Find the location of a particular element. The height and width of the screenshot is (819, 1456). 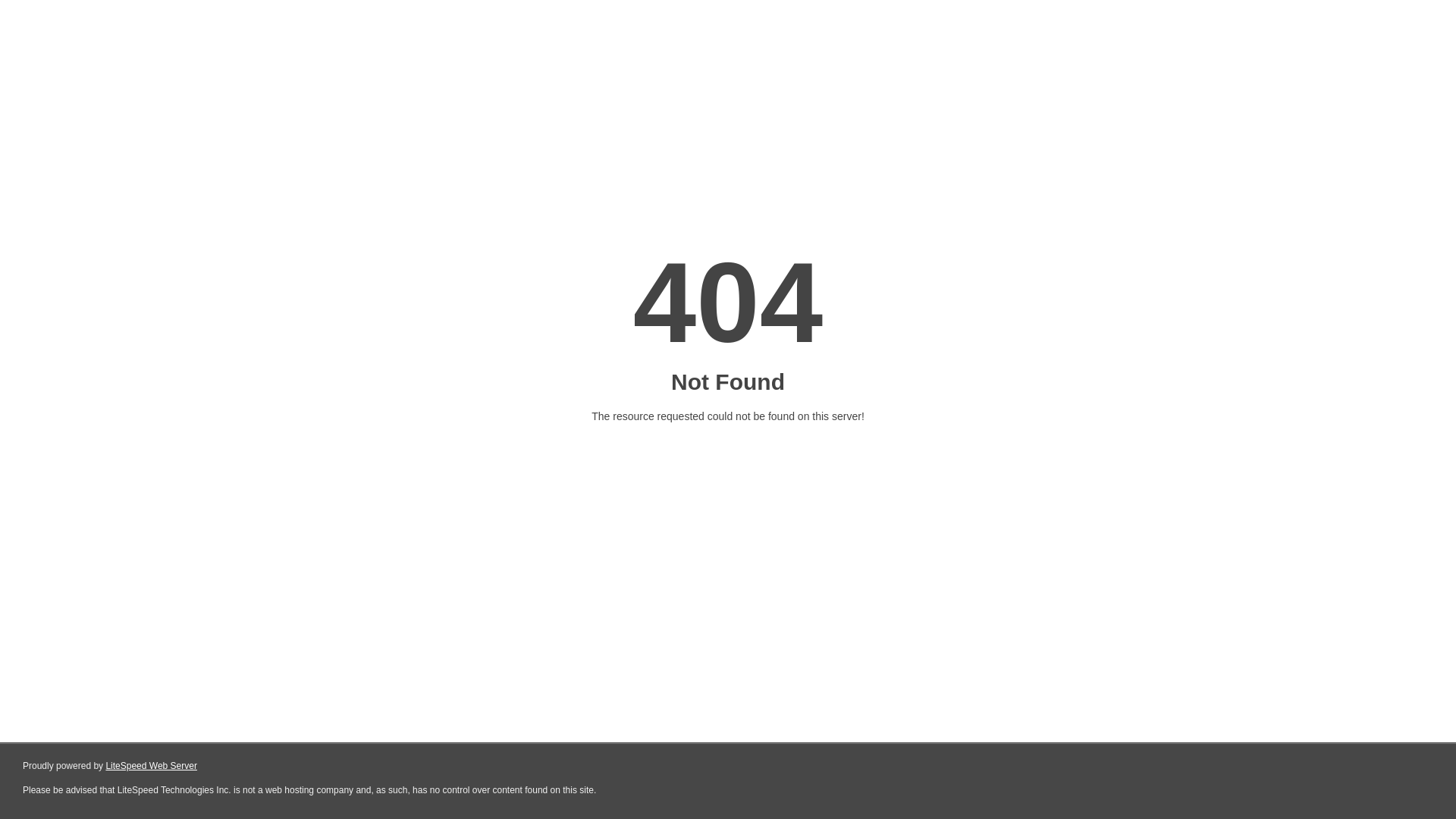

'LiteSpeed Web Server' is located at coordinates (105, 766).